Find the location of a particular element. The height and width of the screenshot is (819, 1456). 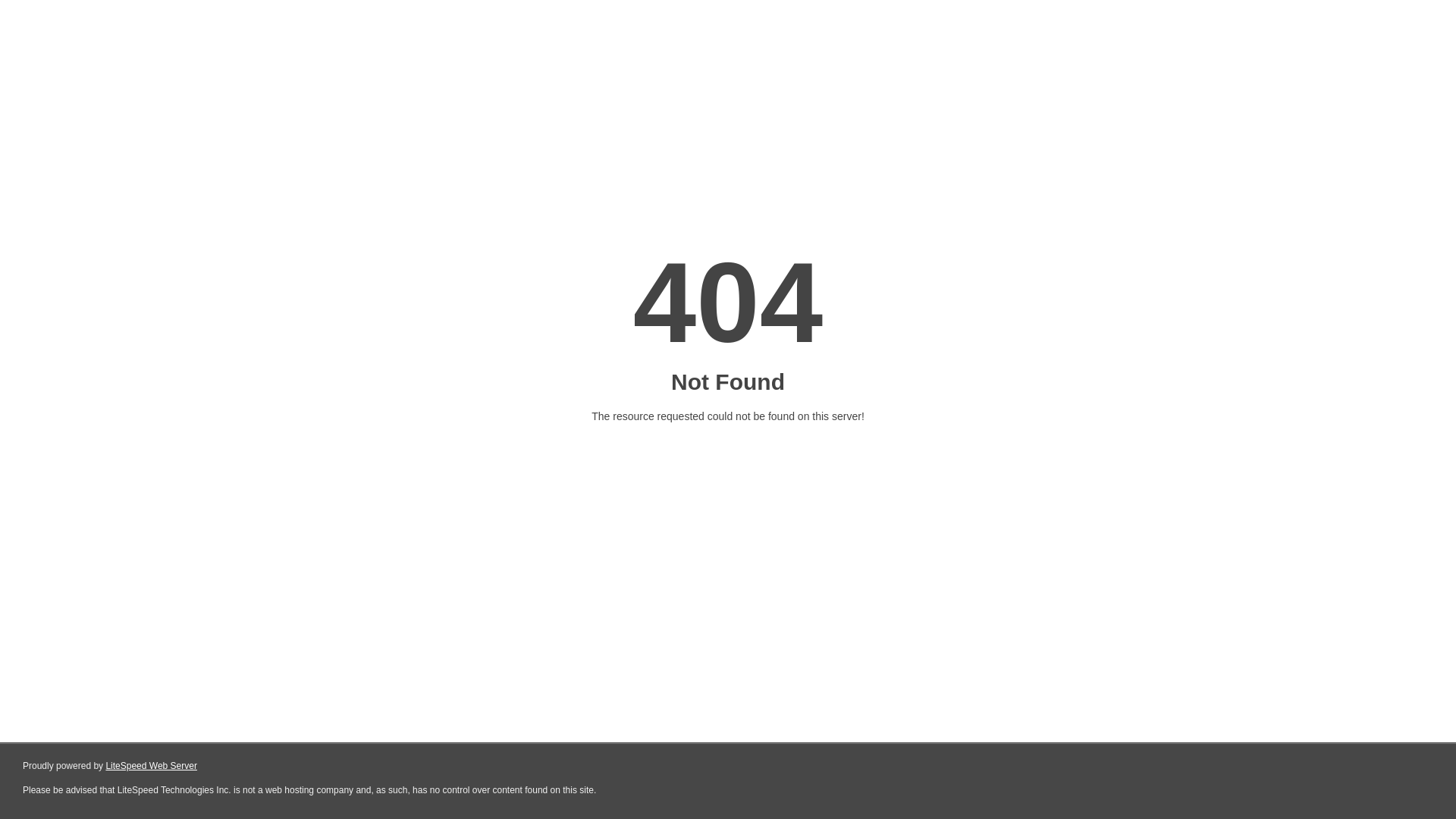

'LiteSpeed Web Server' is located at coordinates (105, 766).